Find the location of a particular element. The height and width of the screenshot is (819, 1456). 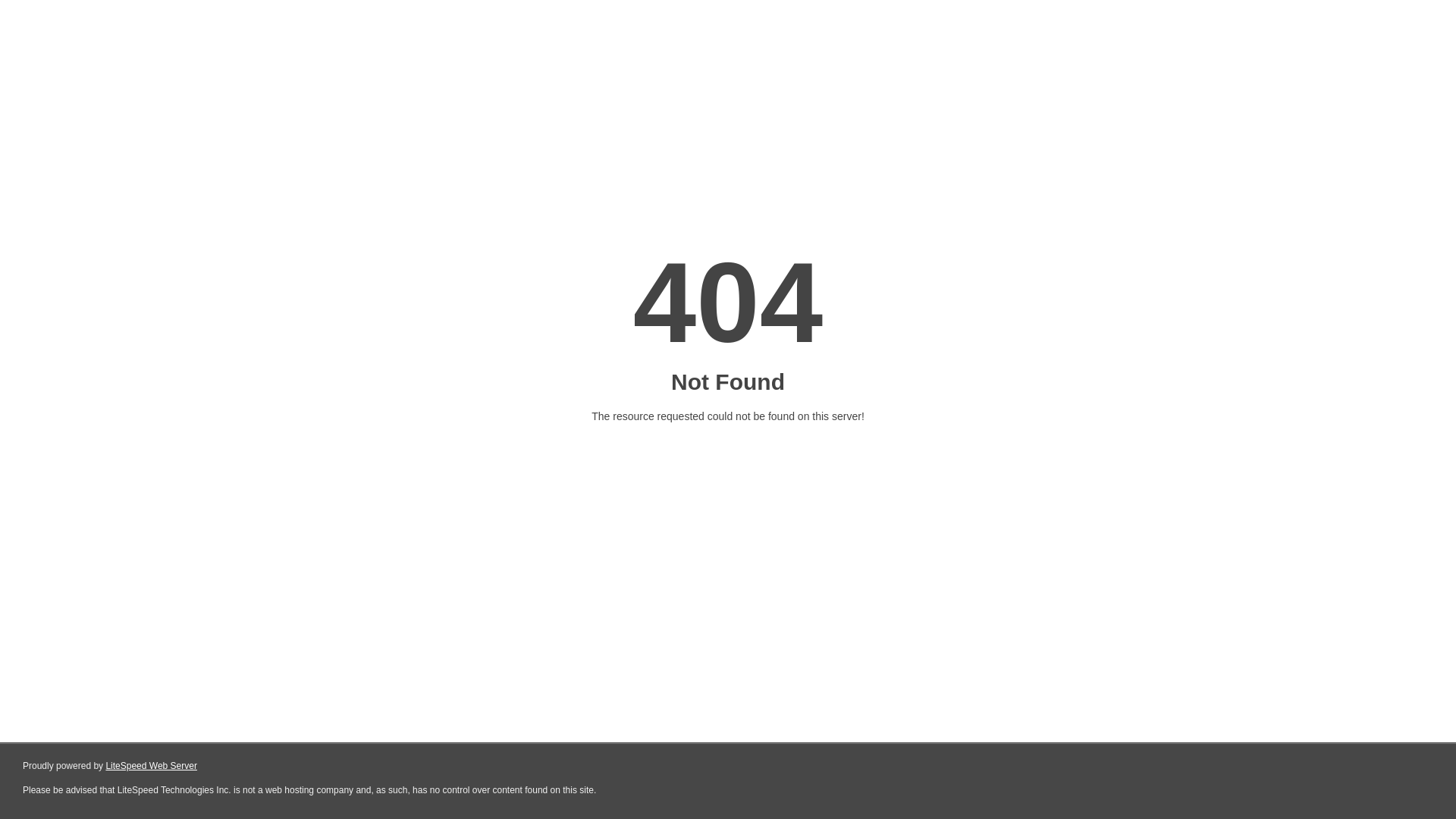

'LiteSpeed Web Server' is located at coordinates (105, 766).